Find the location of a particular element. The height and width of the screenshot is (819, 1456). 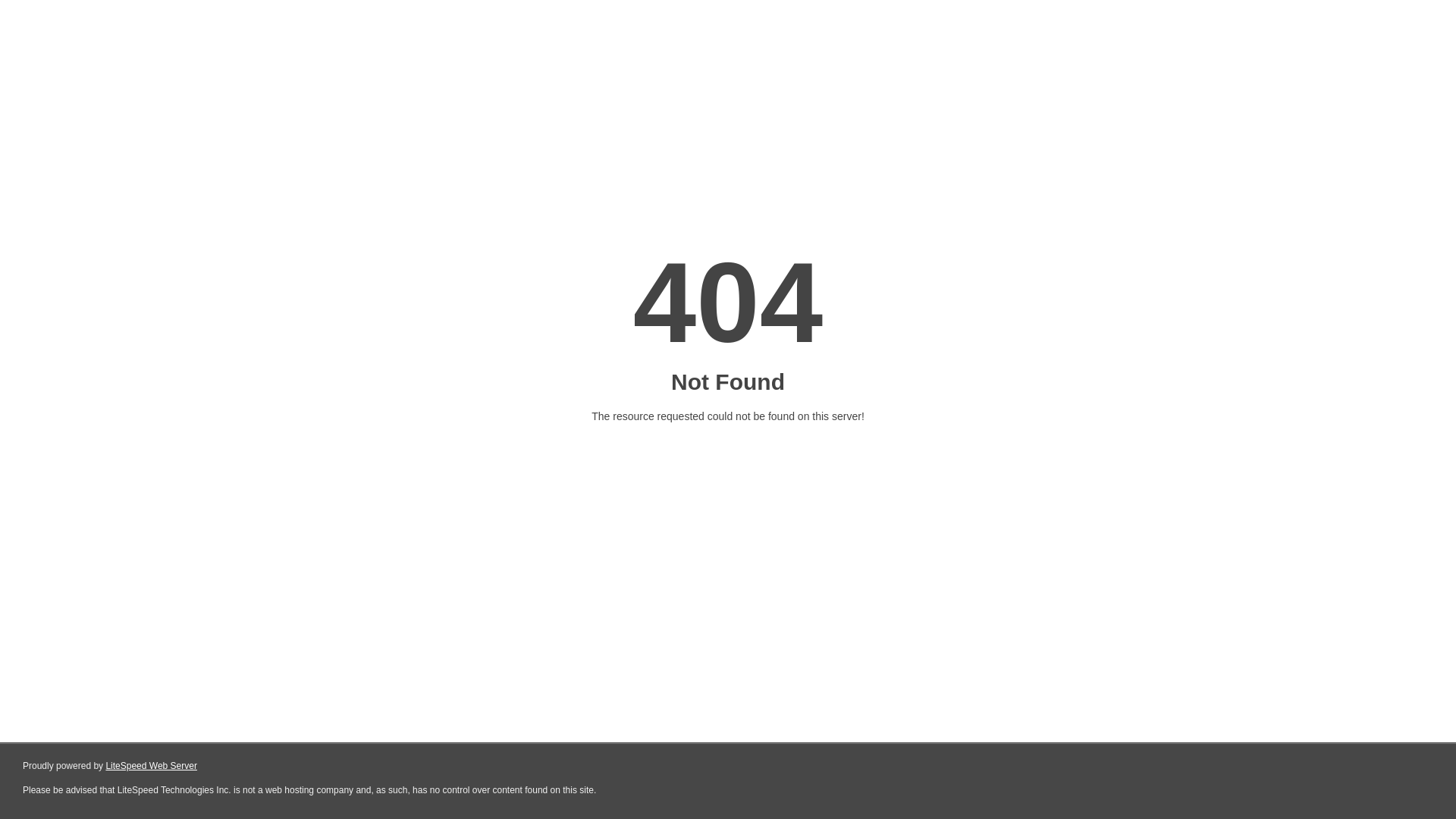

'LiteSpeed Web Server' is located at coordinates (105, 766).